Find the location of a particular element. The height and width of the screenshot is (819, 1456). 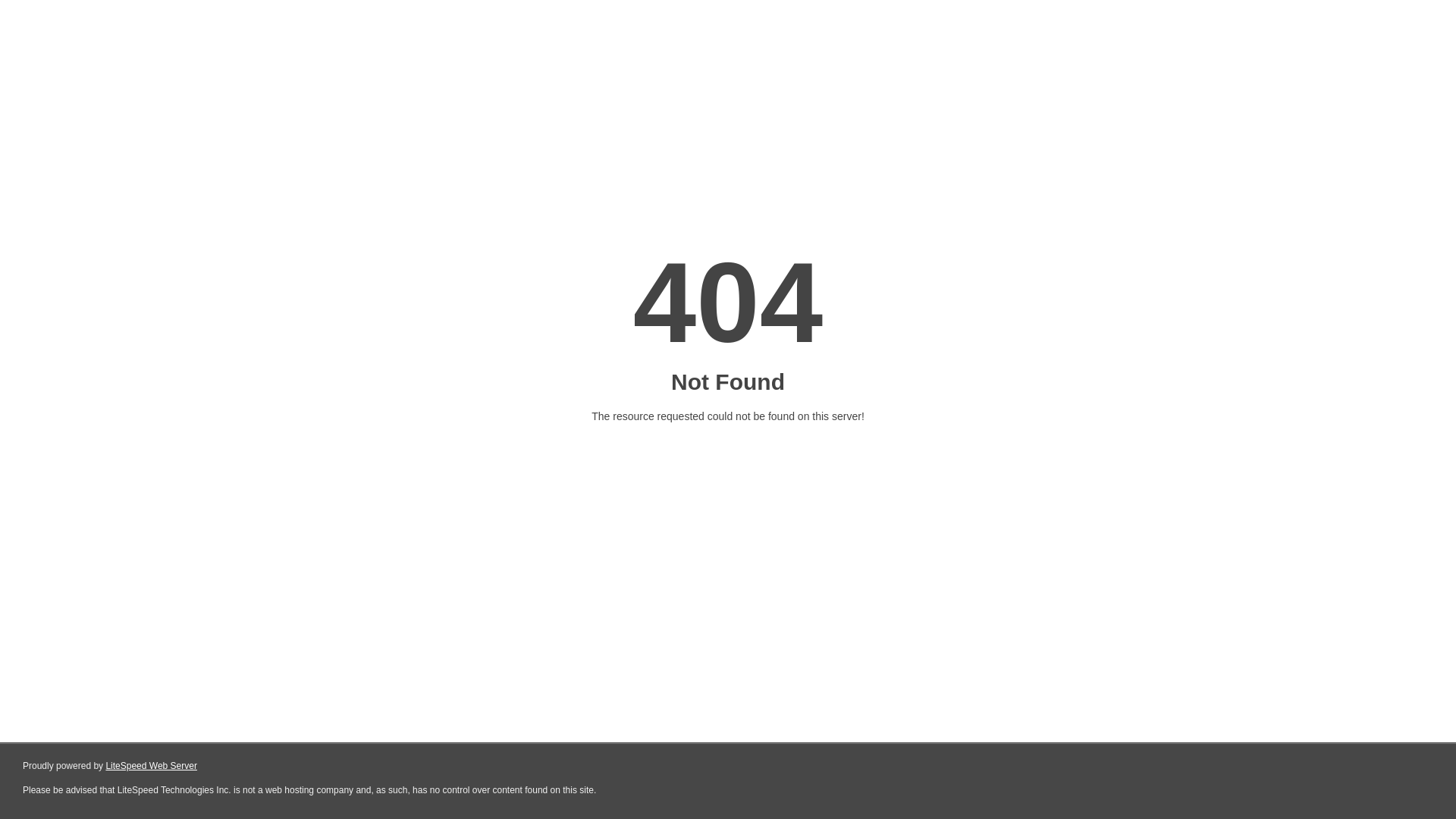

'LiteSpeed Web Server' is located at coordinates (105, 766).